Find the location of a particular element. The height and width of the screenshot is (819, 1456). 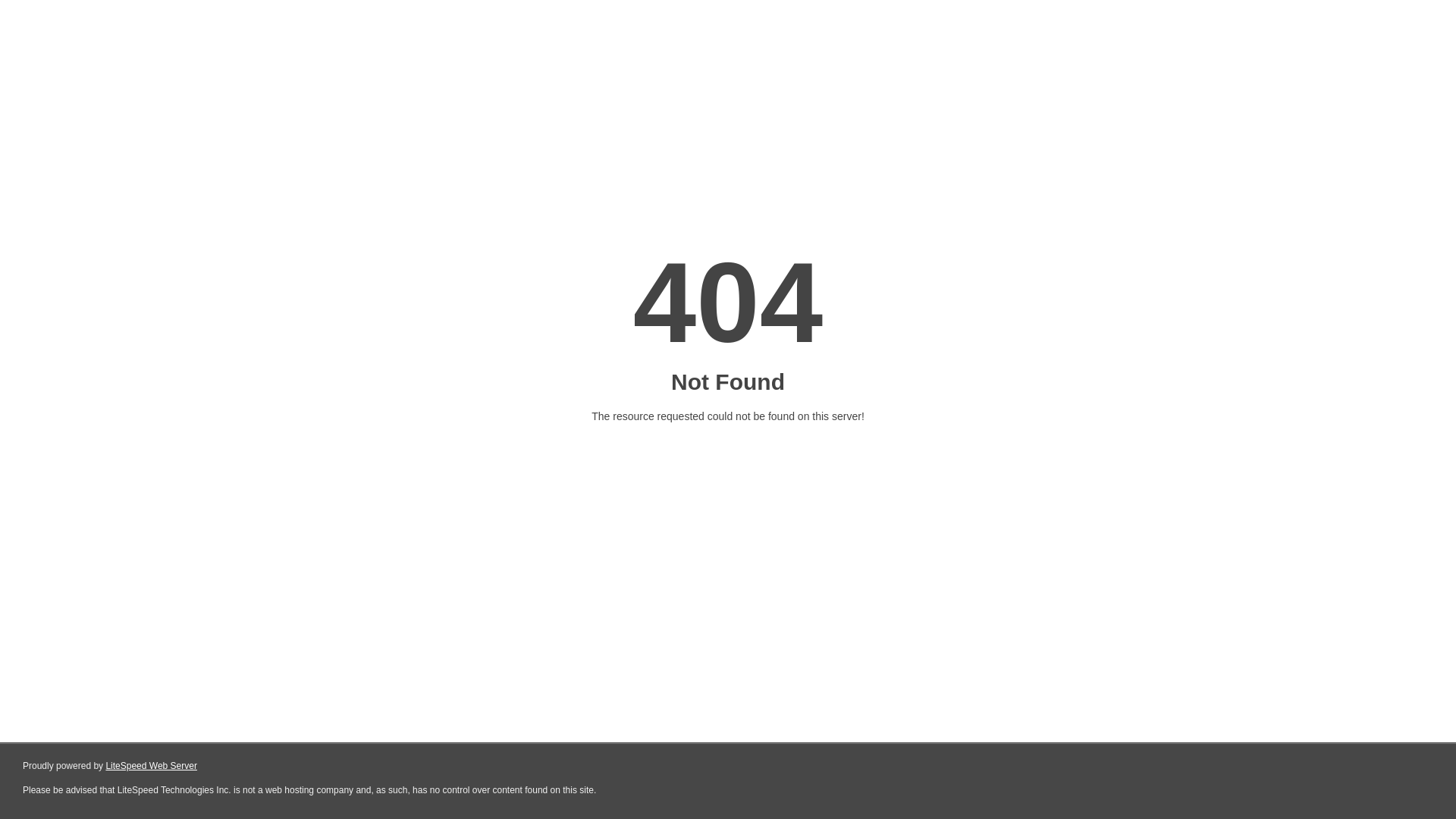

'LiteSpeed Web Server' is located at coordinates (105, 766).